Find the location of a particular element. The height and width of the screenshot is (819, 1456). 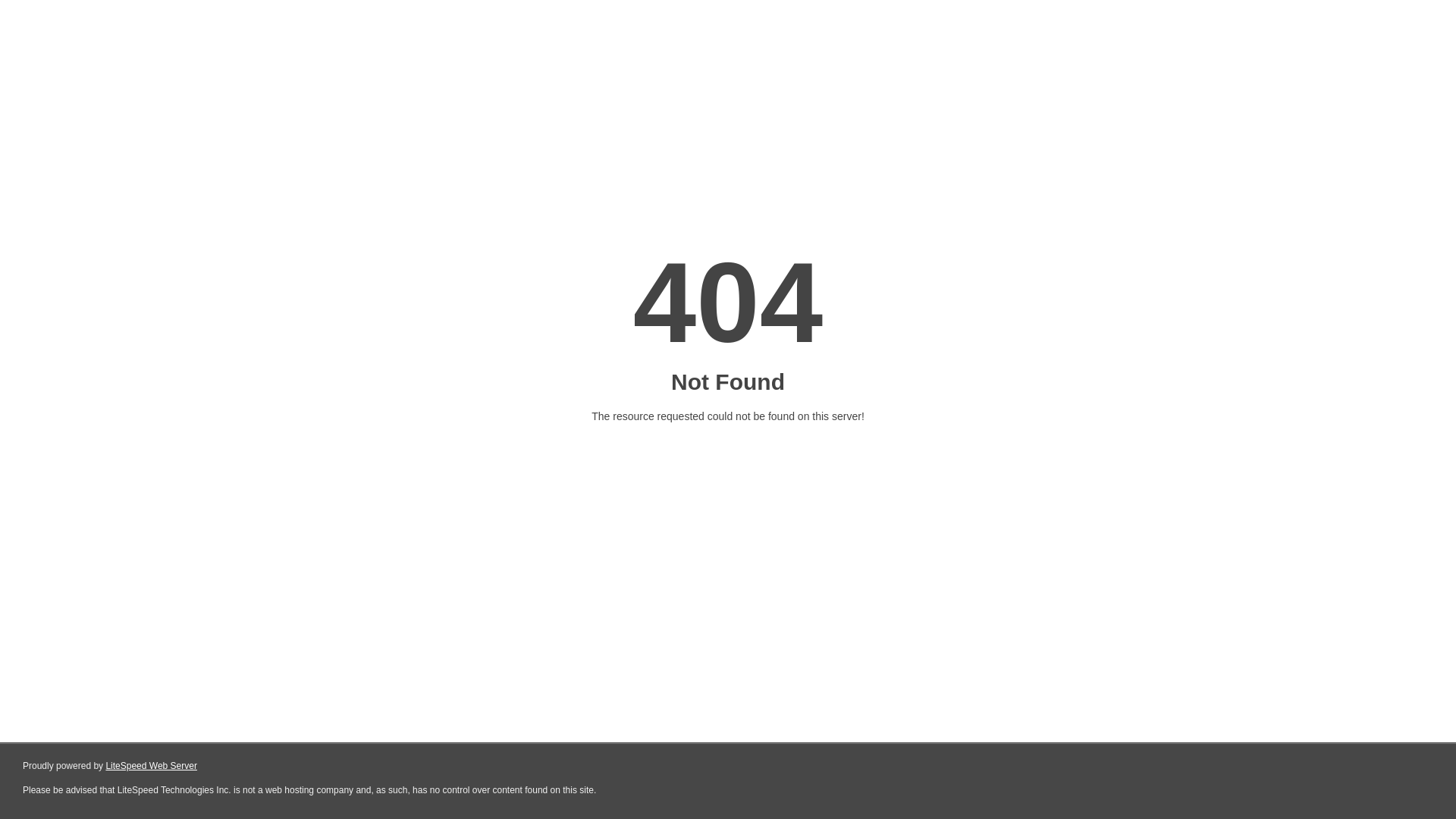

'LiteSpeed Web Server' is located at coordinates (105, 766).